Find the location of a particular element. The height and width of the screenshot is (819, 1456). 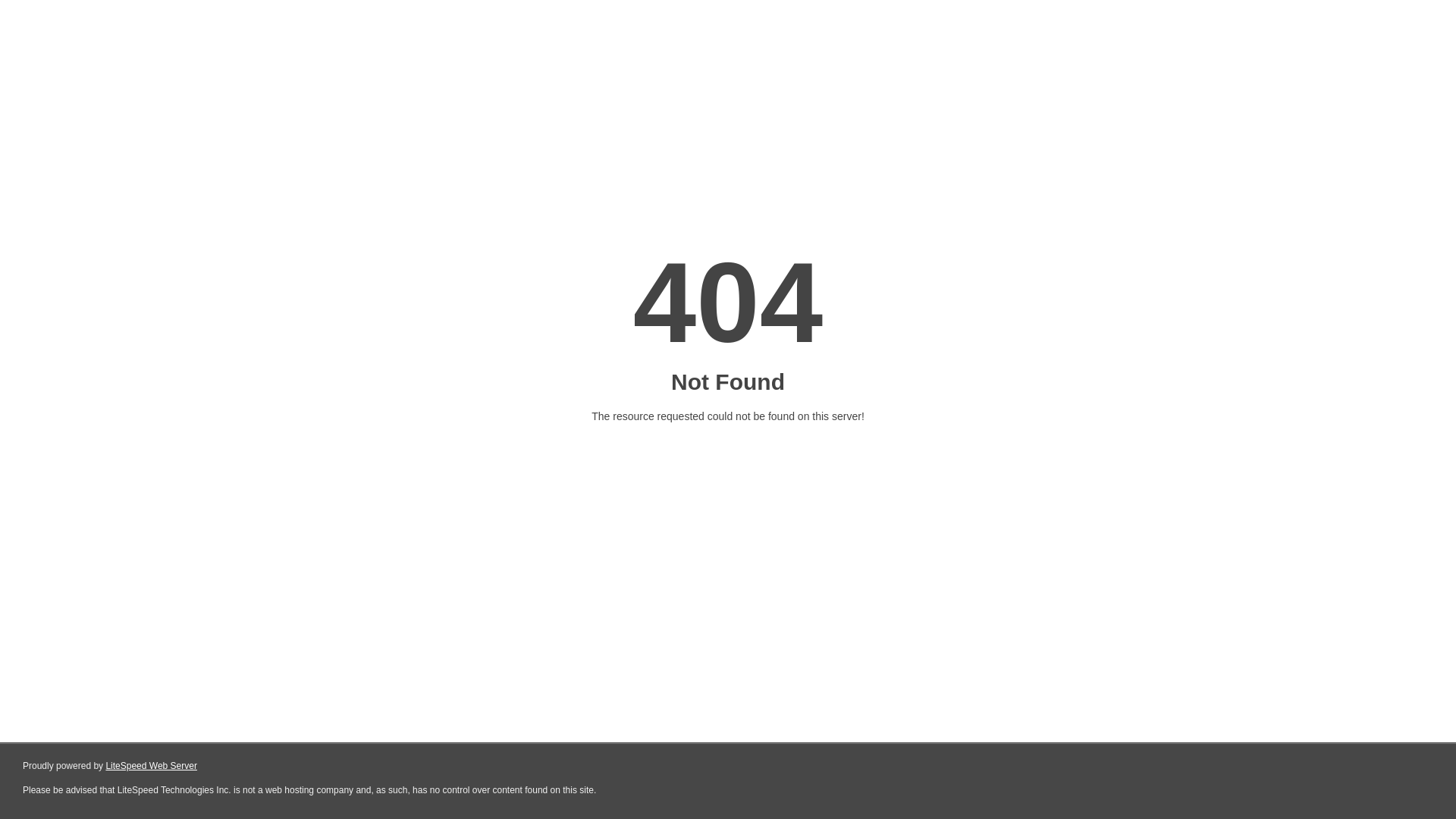

'LiteSpeed Web Server' is located at coordinates (105, 766).